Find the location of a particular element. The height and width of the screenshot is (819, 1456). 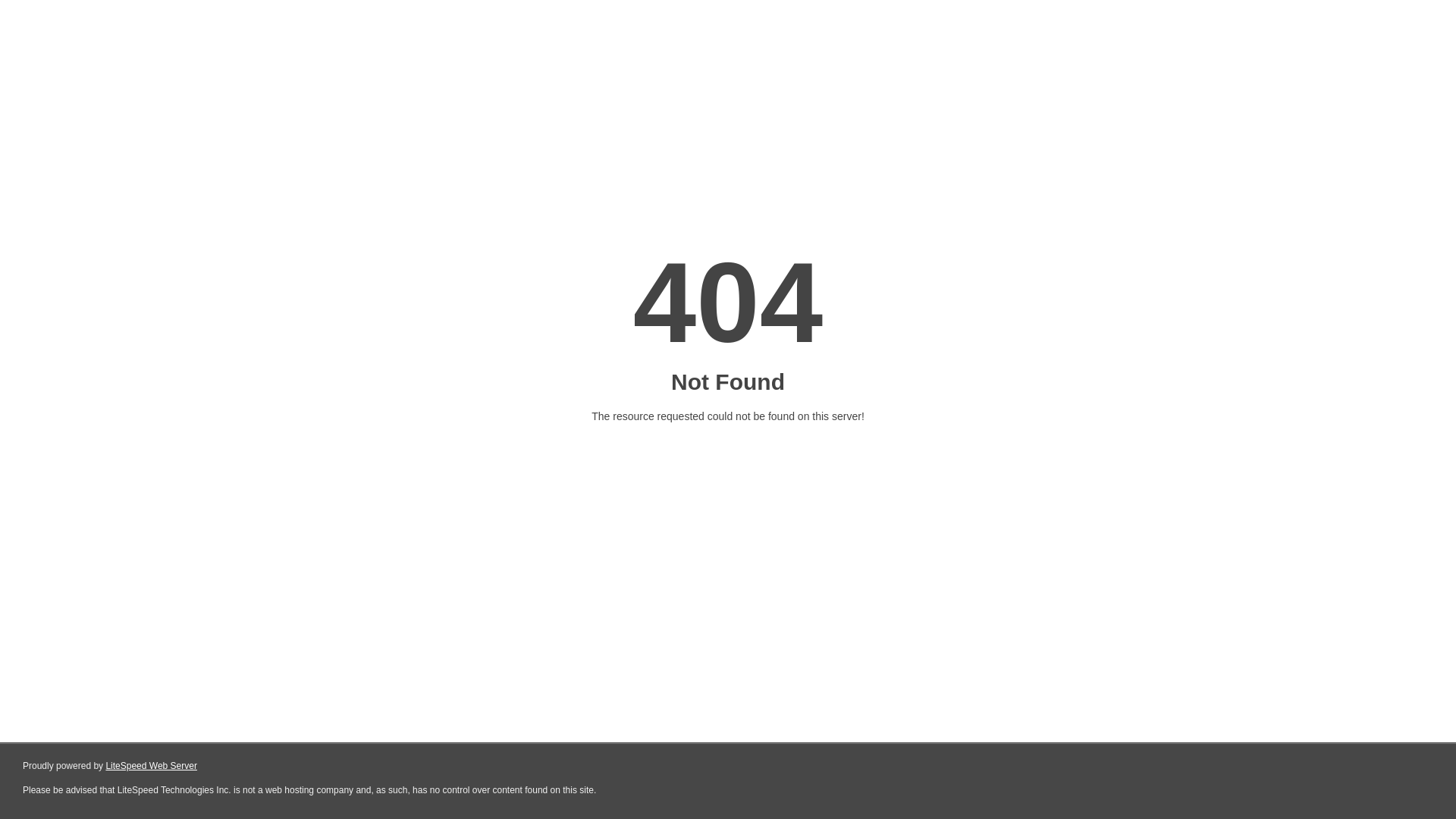

'LiteSpeed Web Server' is located at coordinates (105, 766).